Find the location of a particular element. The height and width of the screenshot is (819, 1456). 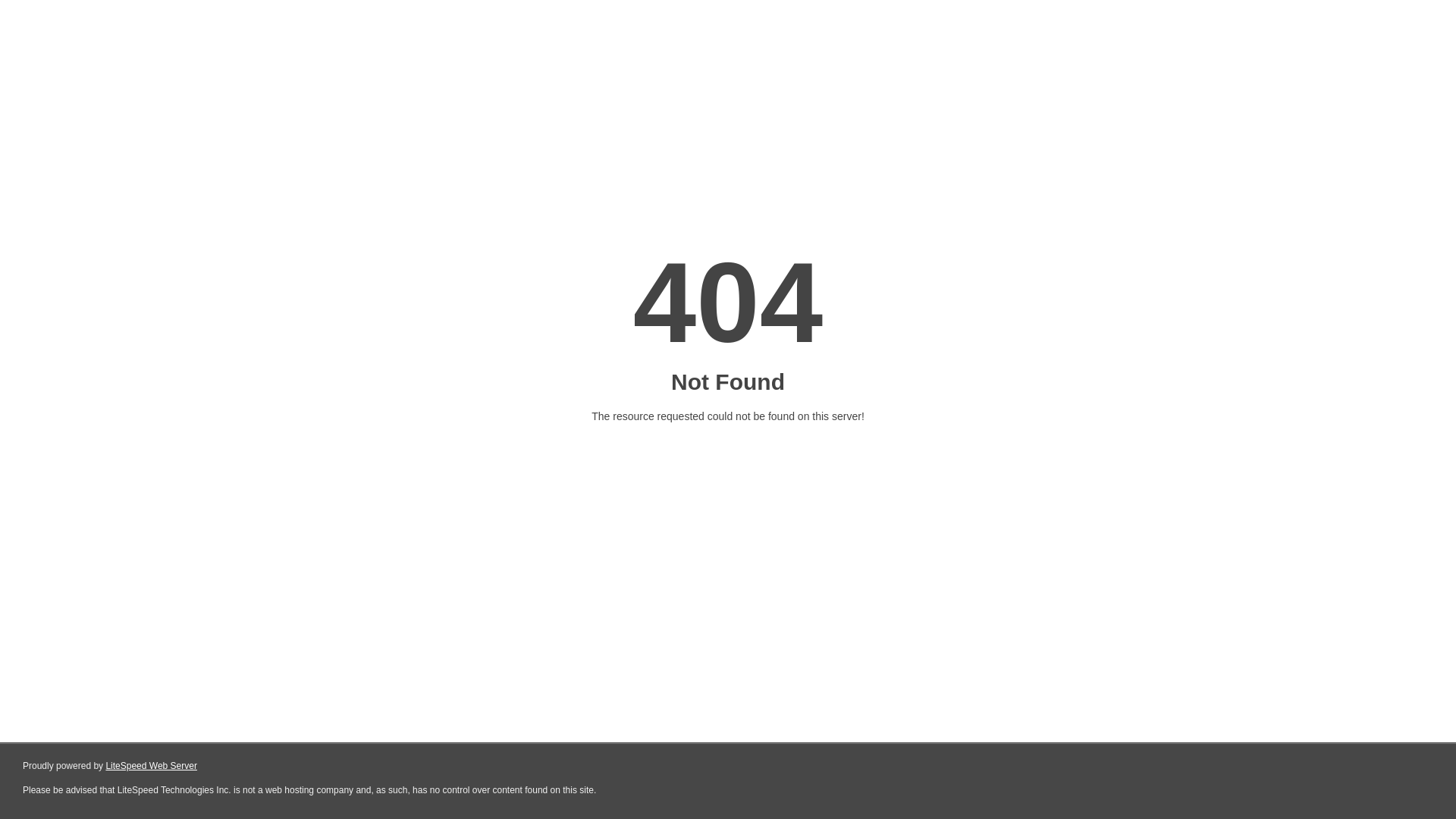

'LiteSpeed Web Server' is located at coordinates (105, 766).